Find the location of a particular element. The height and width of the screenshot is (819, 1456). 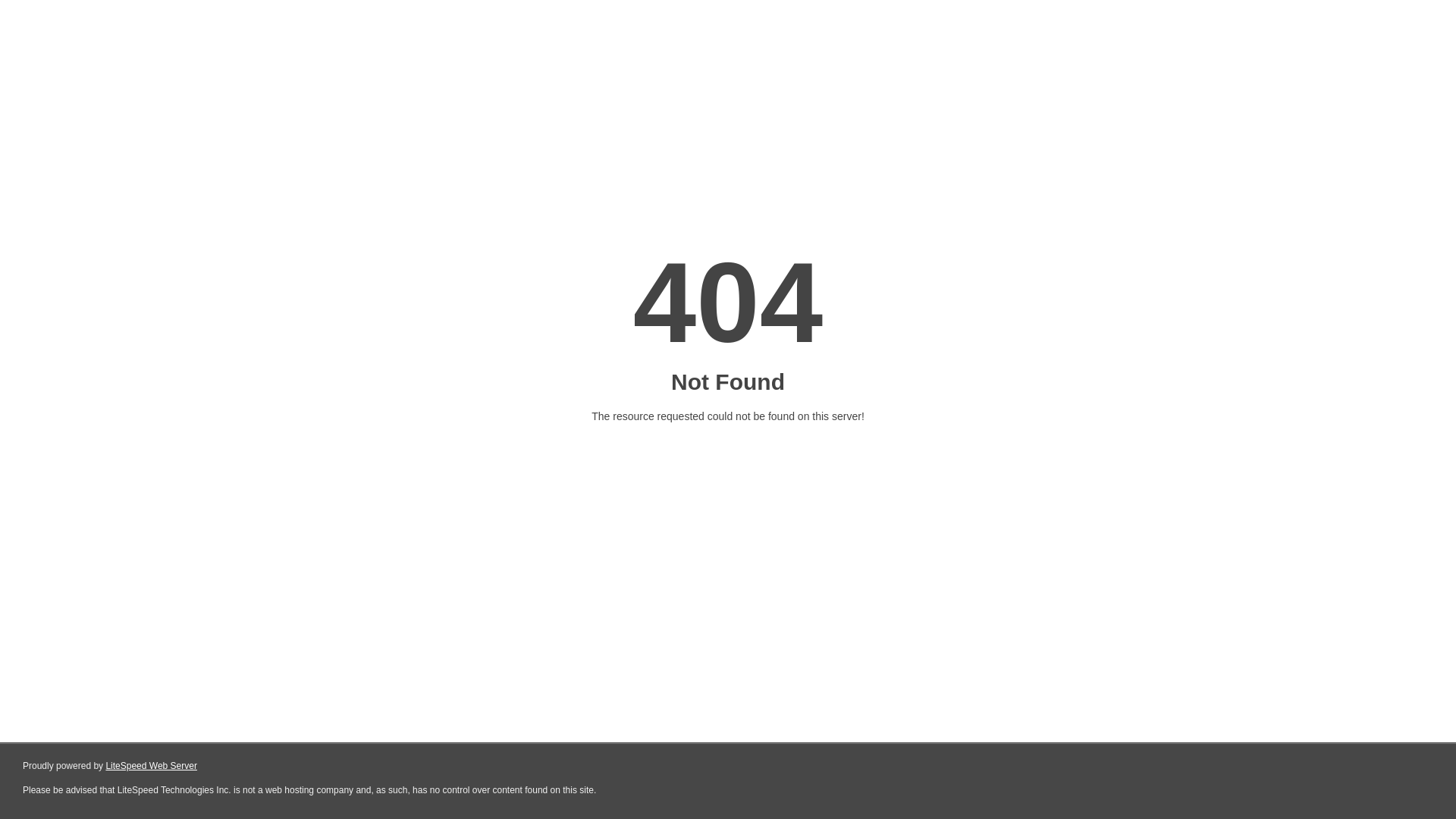

'LiteSpeed Web Server' is located at coordinates (105, 766).